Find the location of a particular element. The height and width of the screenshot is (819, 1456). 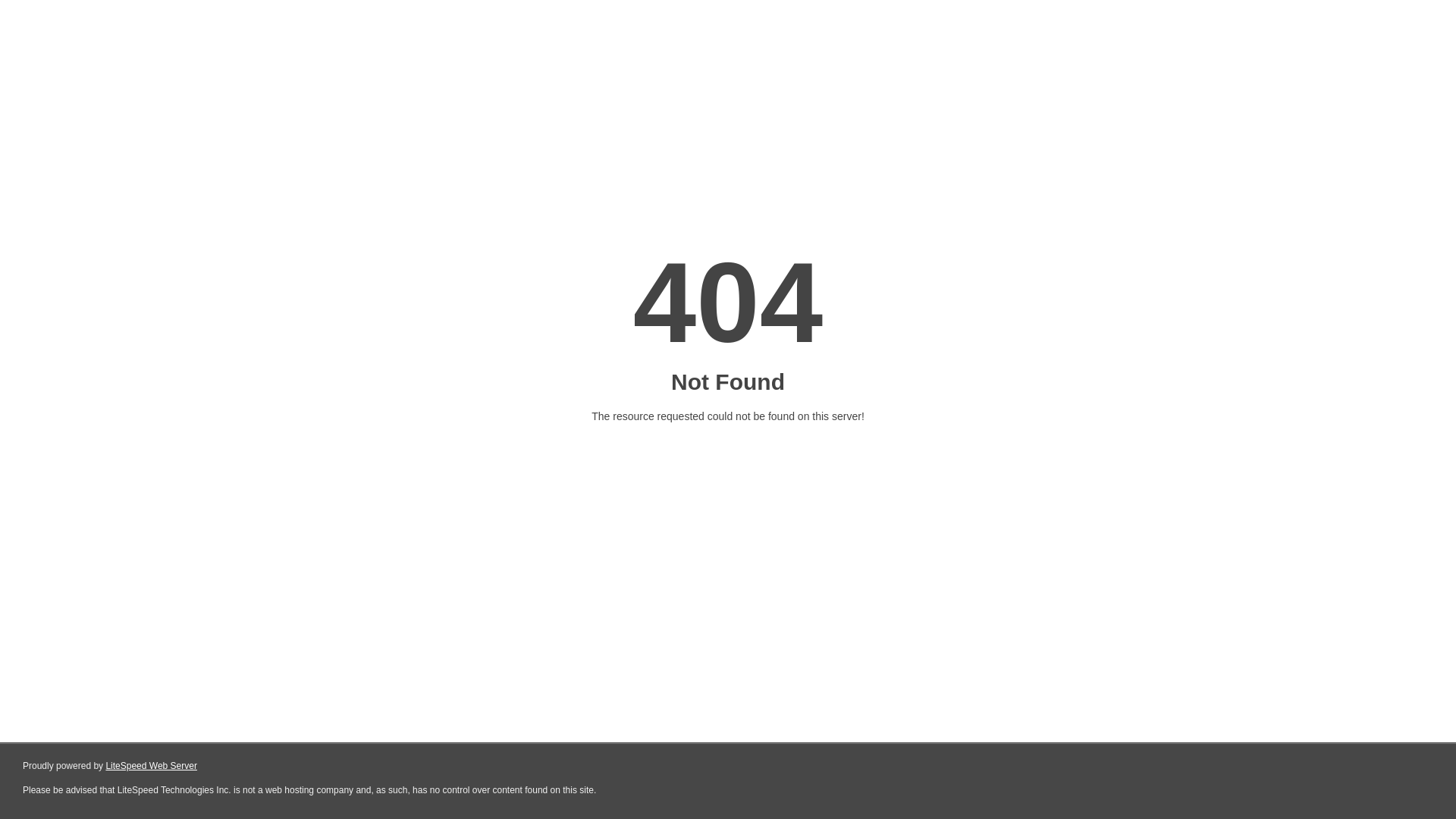

'LiteSpeed Web Server' is located at coordinates (105, 766).